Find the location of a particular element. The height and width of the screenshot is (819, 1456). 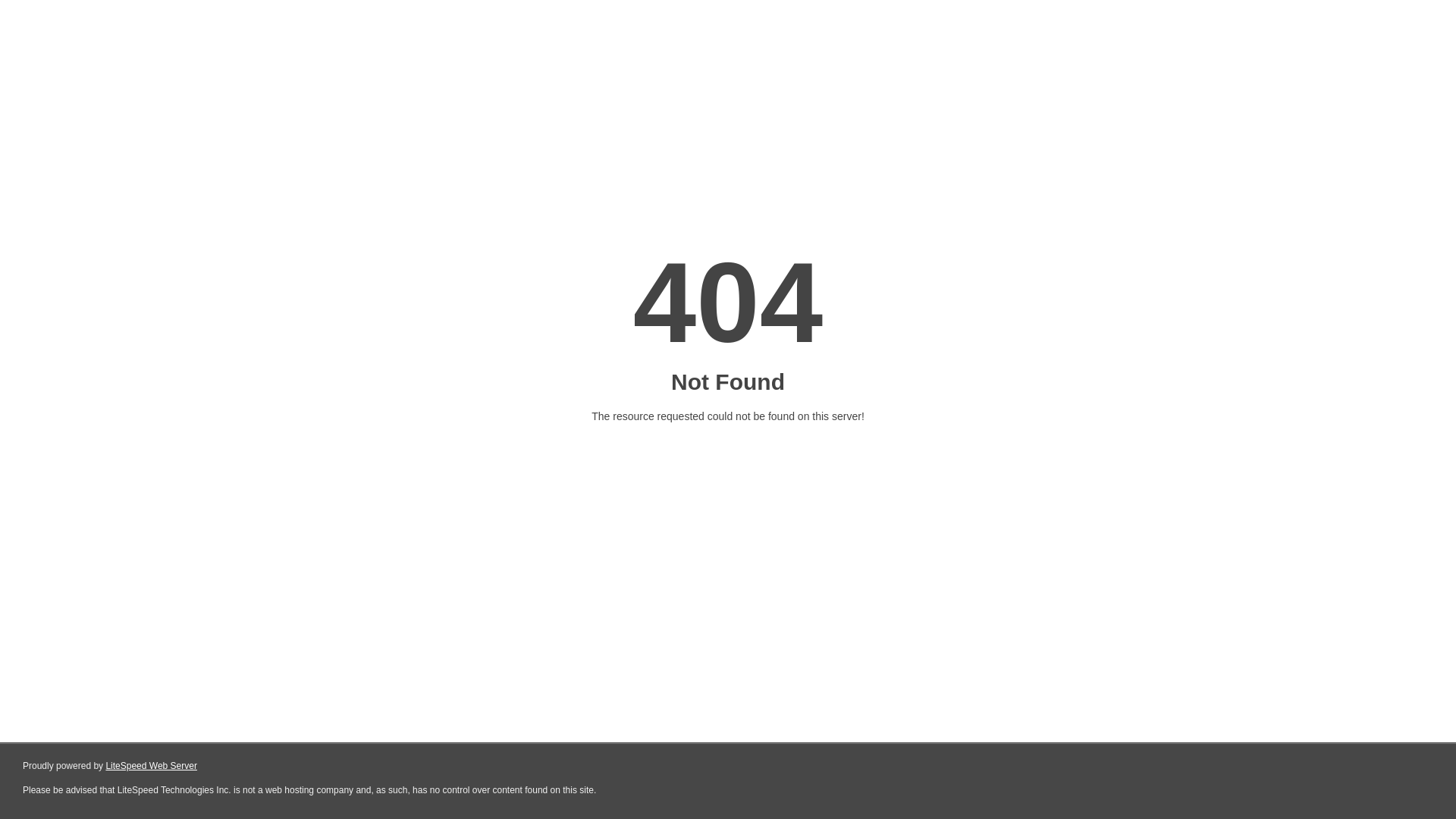

'LiteSpeed Web Server' is located at coordinates (105, 766).